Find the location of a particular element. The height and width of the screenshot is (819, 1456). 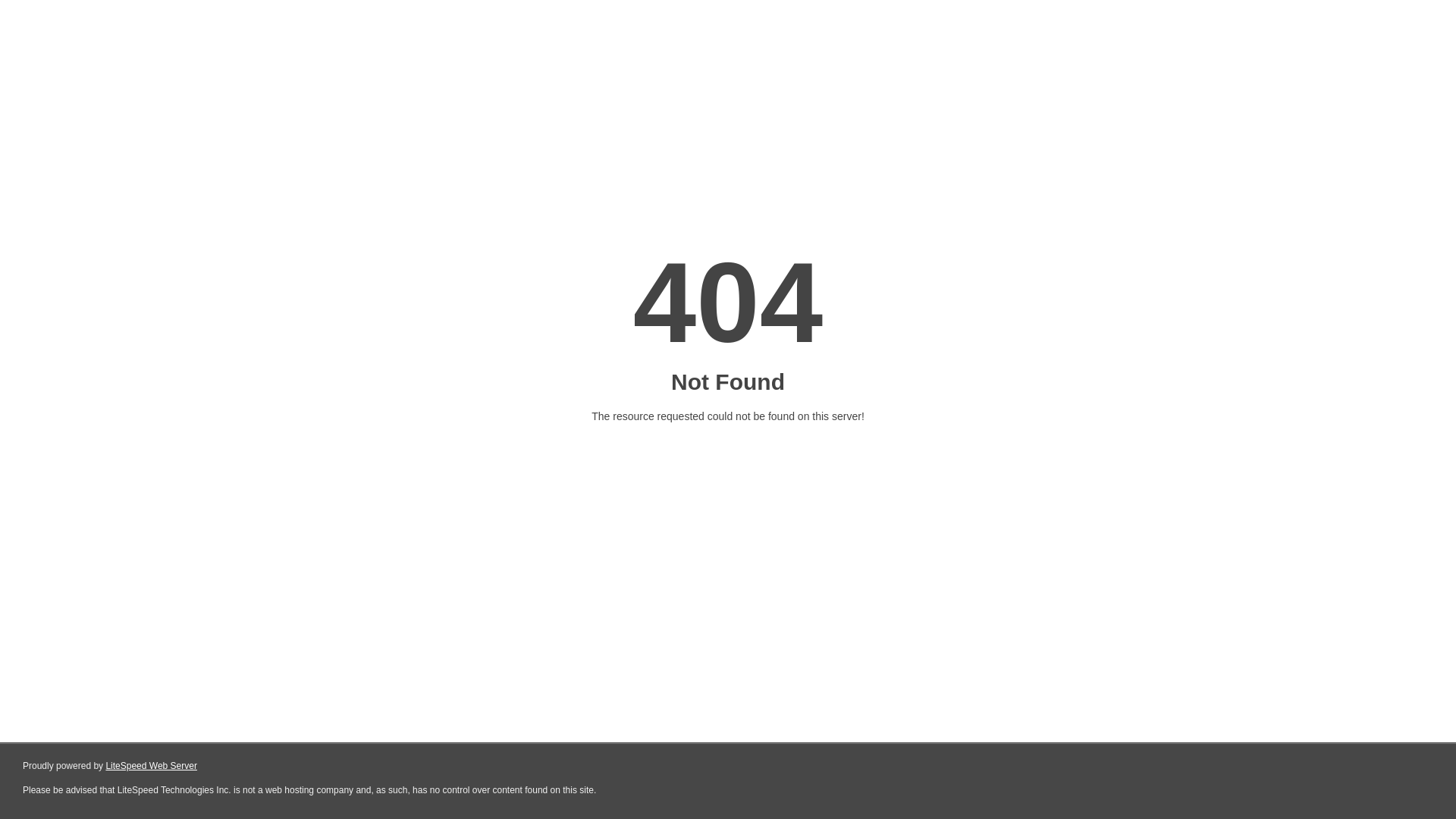

'LiteSpeed Web Server' is located at coordinates (105, 766).